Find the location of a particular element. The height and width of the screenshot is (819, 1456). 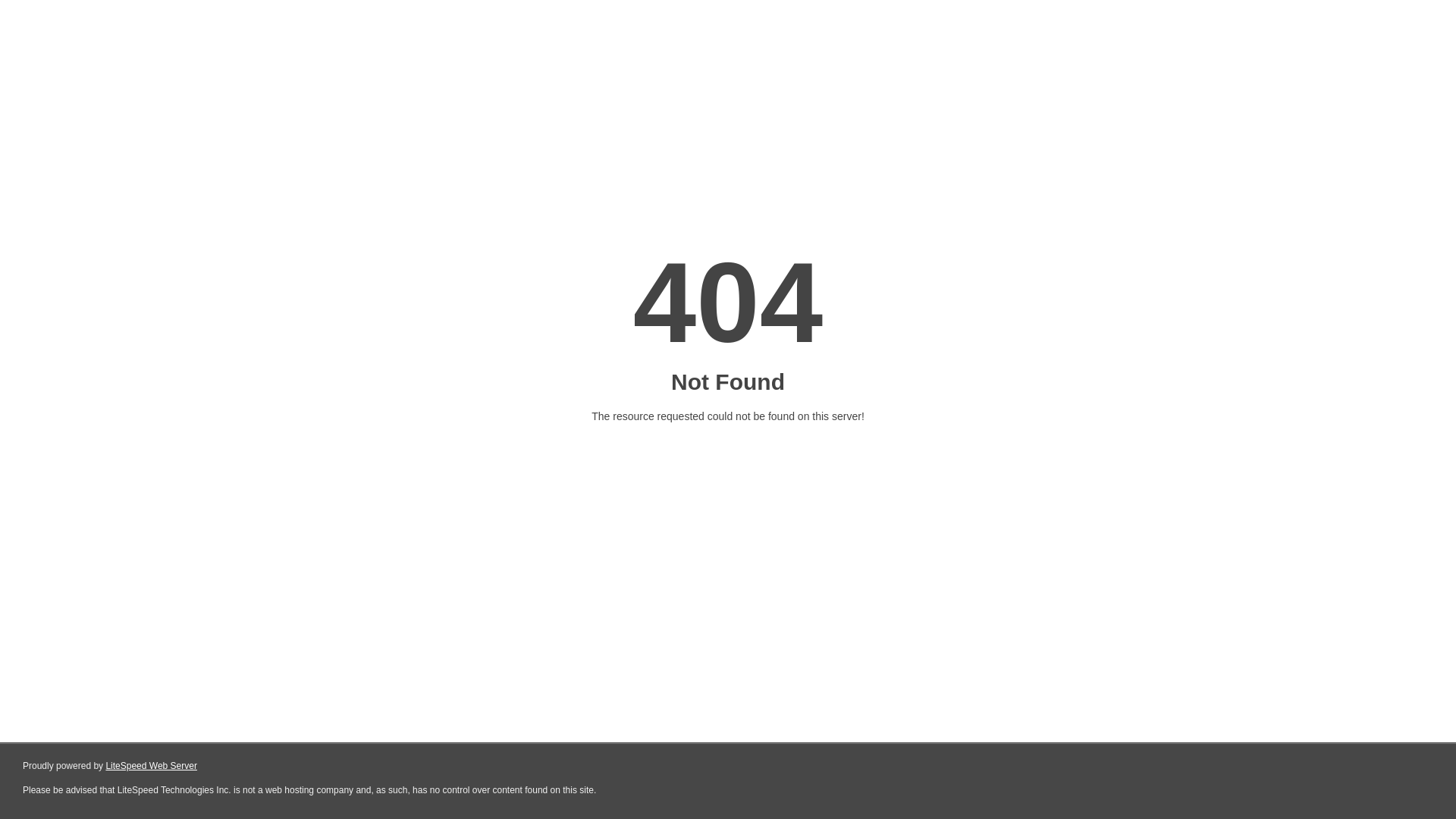

'LiteSpeed Web Server' is located at coordinates (105, 766).